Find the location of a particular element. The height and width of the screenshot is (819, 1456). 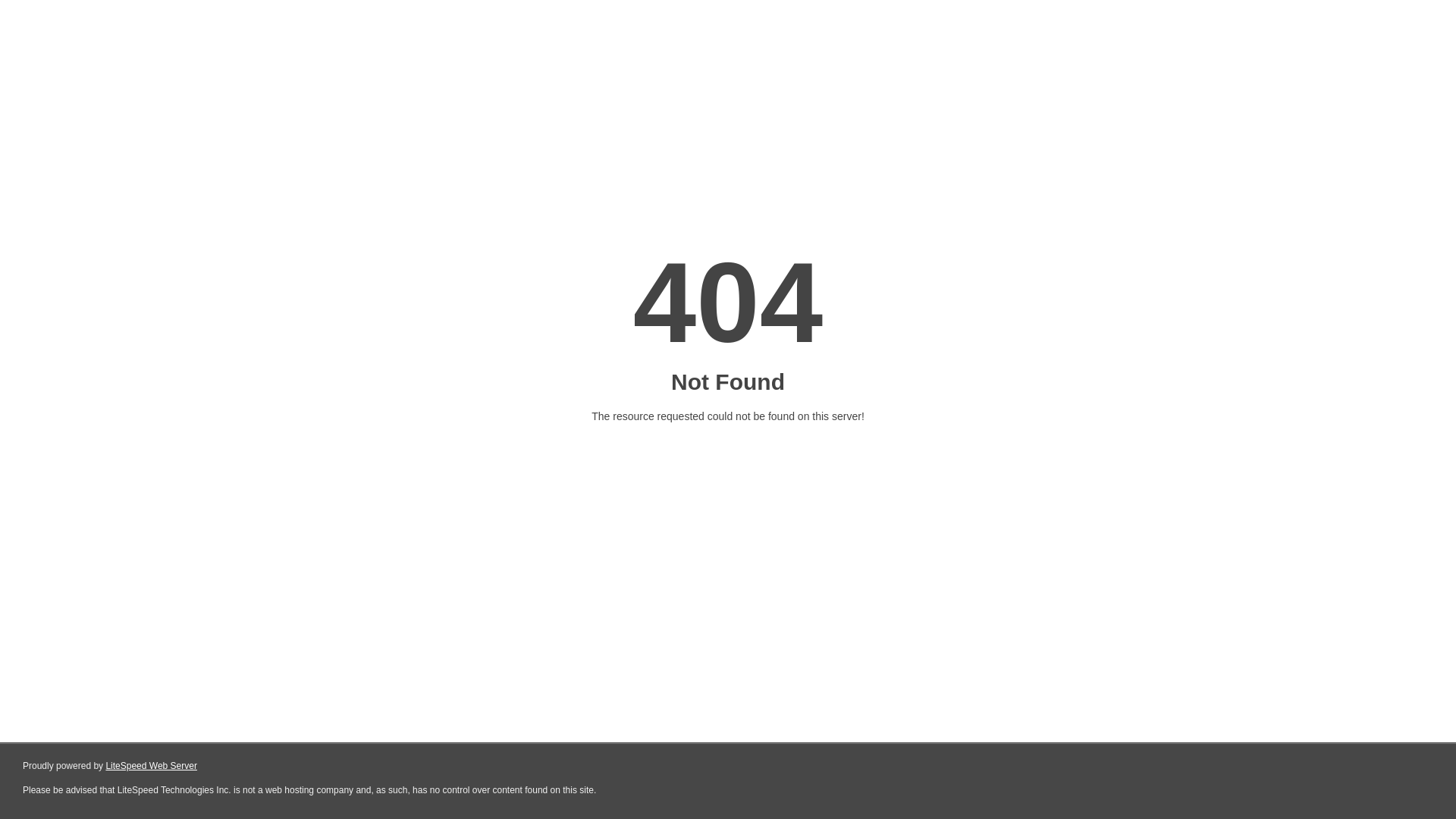

'LiteSpeed Web Server' is located at coordinates (105, 766).